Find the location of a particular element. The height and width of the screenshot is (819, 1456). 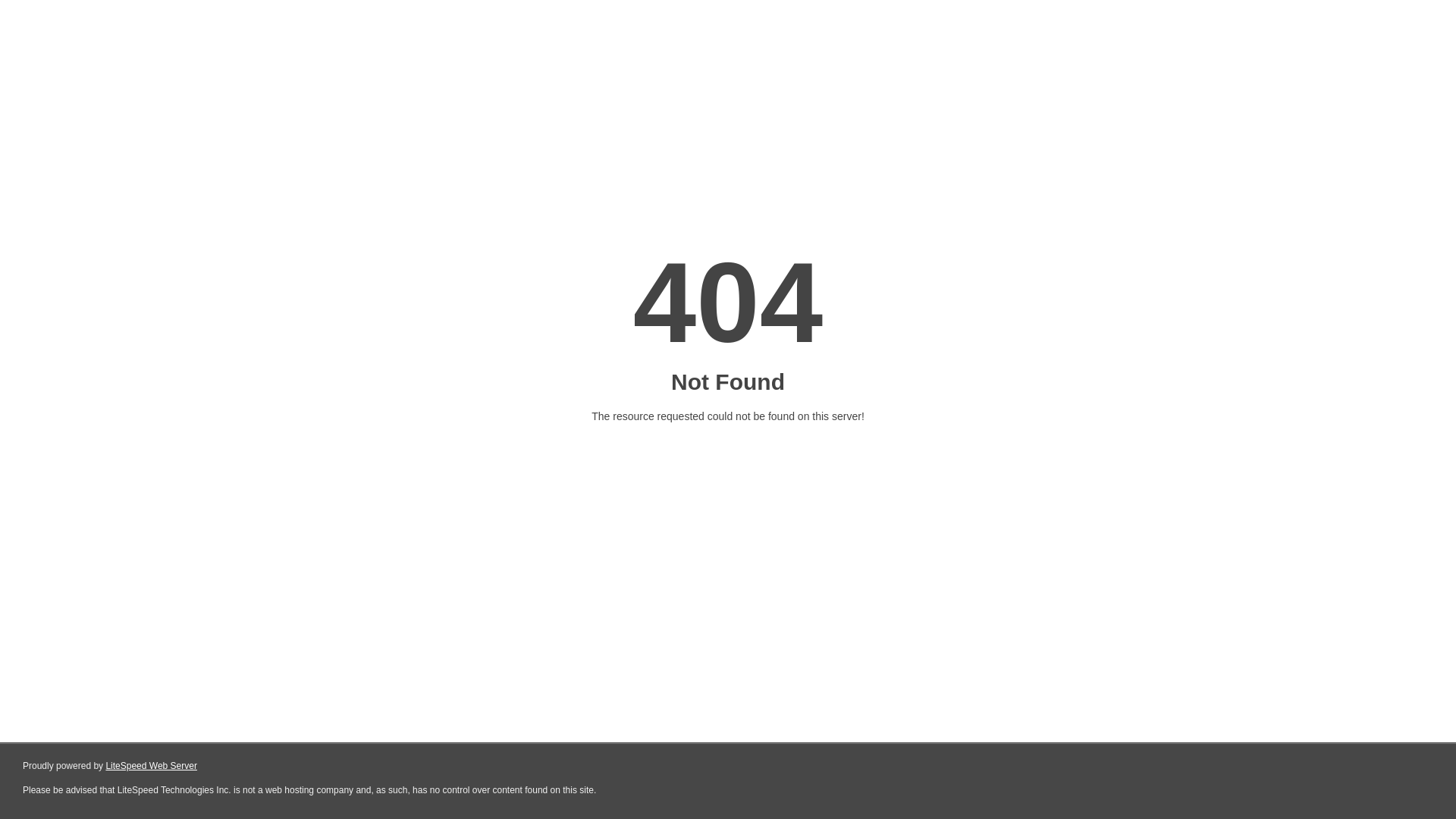

'LiteSpeed Web Server' is located at coordinates (105, 766).